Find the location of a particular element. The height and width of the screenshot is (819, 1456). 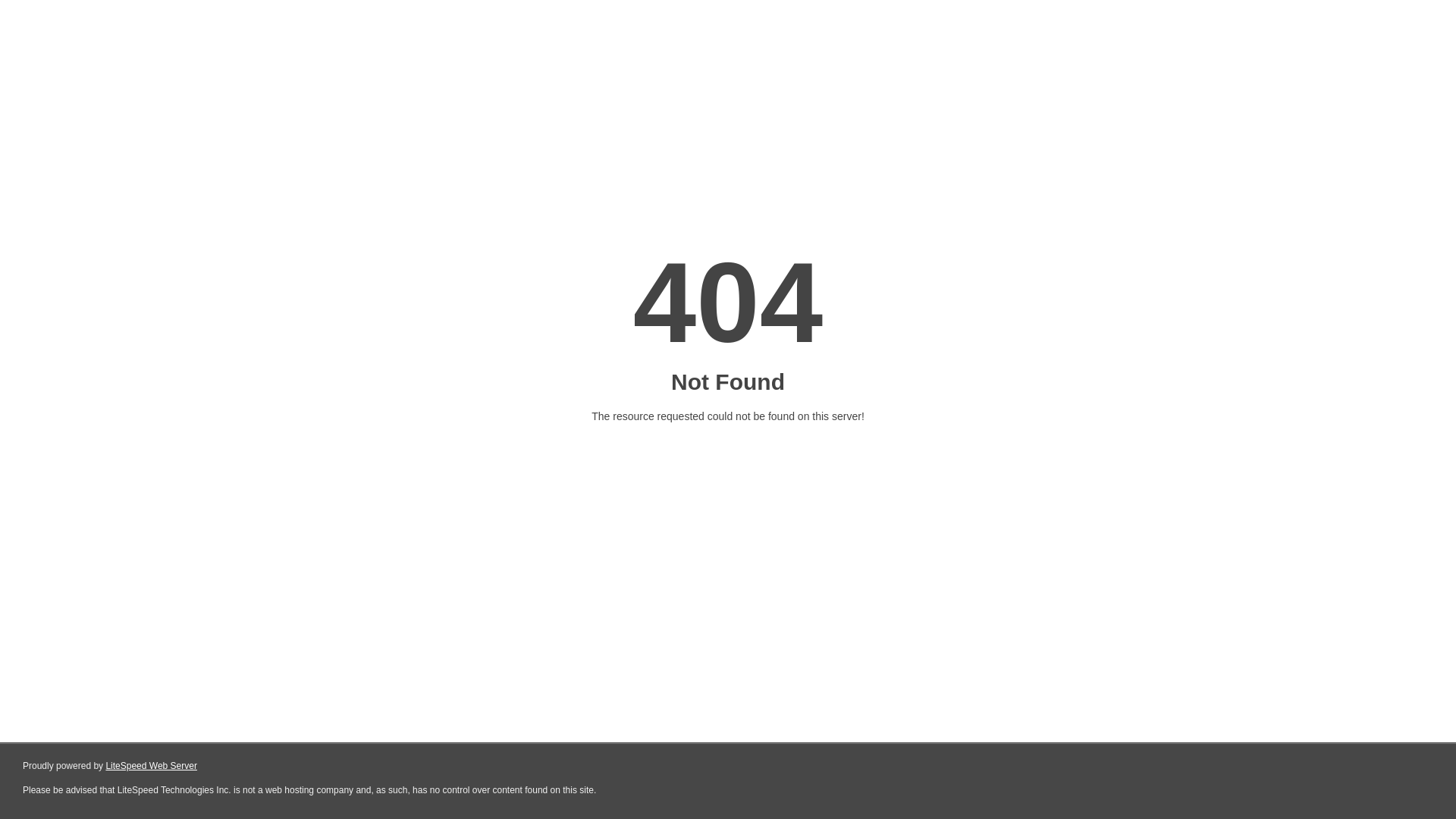

'LiteSpeed Web Server' is located at coordinates (105, 766).